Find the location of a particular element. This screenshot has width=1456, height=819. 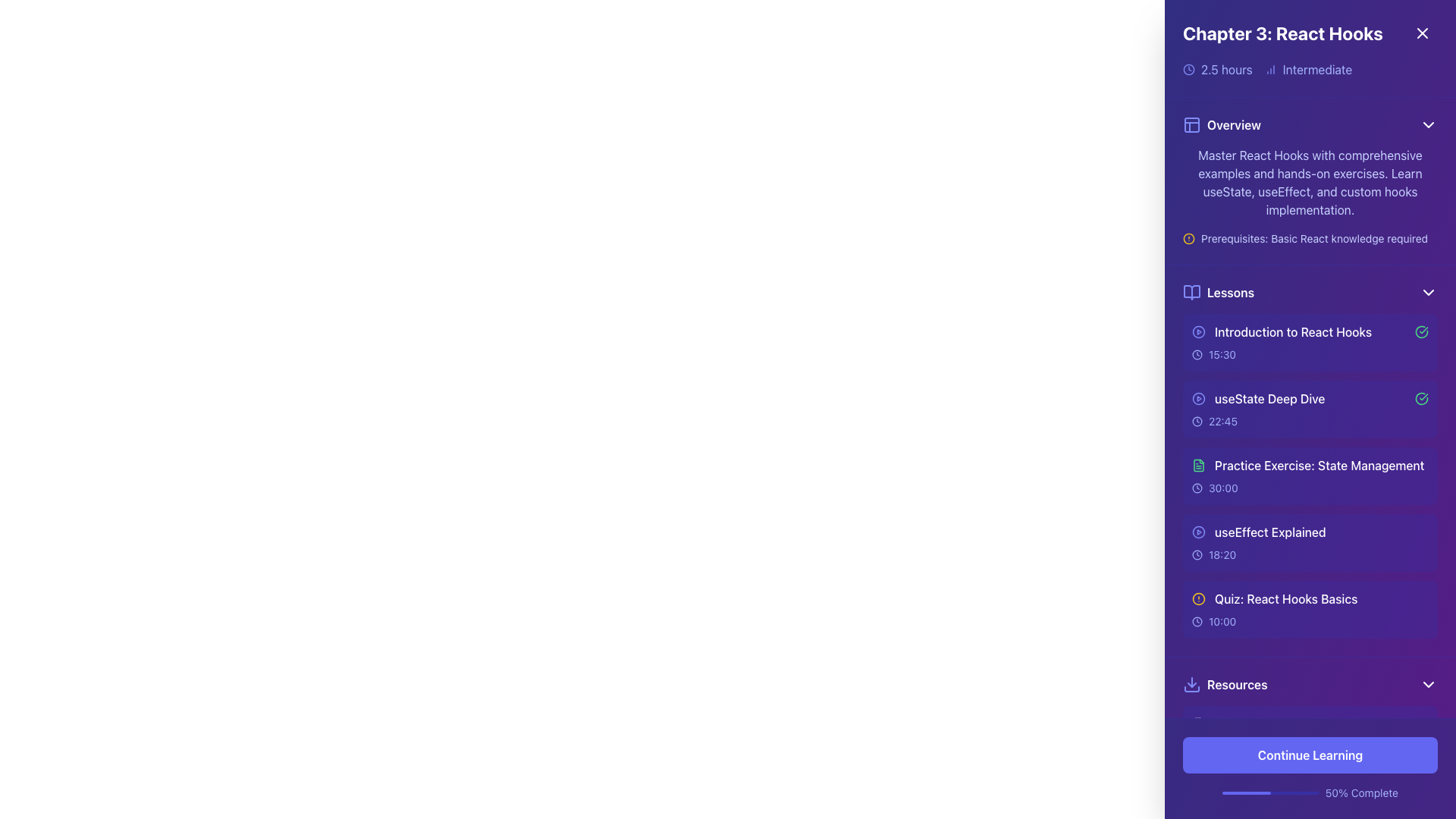

the 'Lessons' header label located in the navigation panel on the right side of the interface is located at coordinates (1231, 292).